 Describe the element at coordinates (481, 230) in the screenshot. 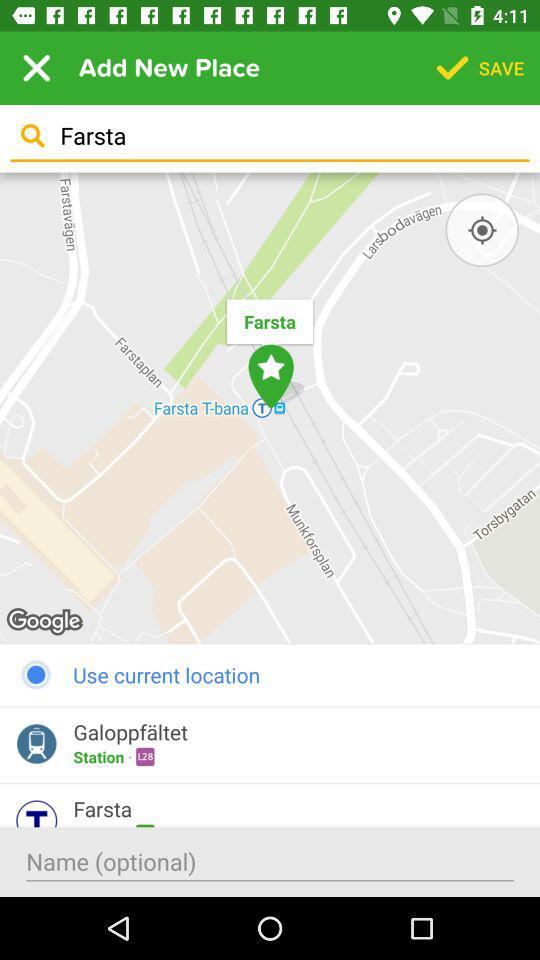

I see `current location` at that location.